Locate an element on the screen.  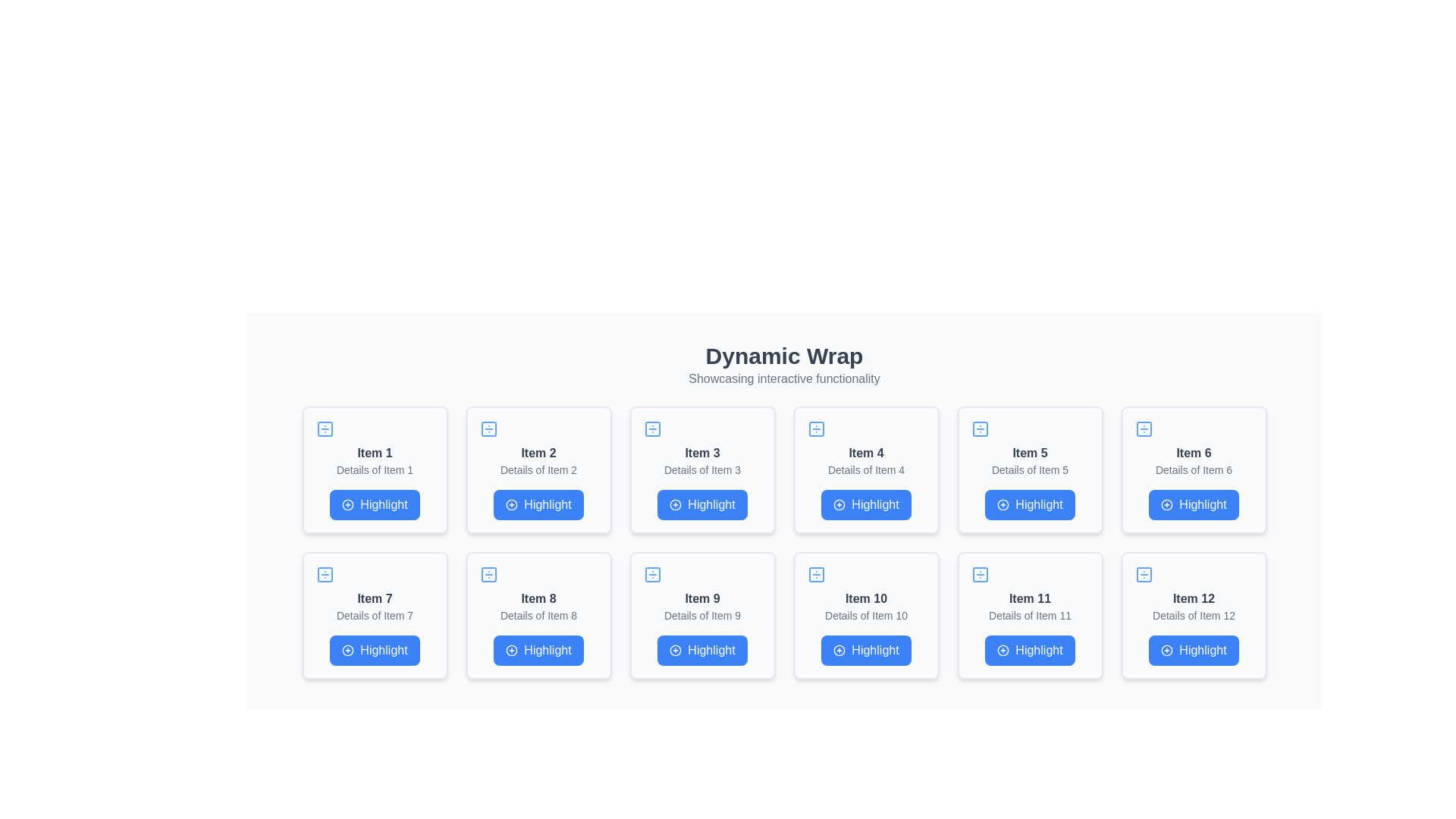
the top-left icon with a division symbol inside the card labeled 'Item 12', which is located in the bottom-right corner of the grid layout is located at coordinates (1144, 575).